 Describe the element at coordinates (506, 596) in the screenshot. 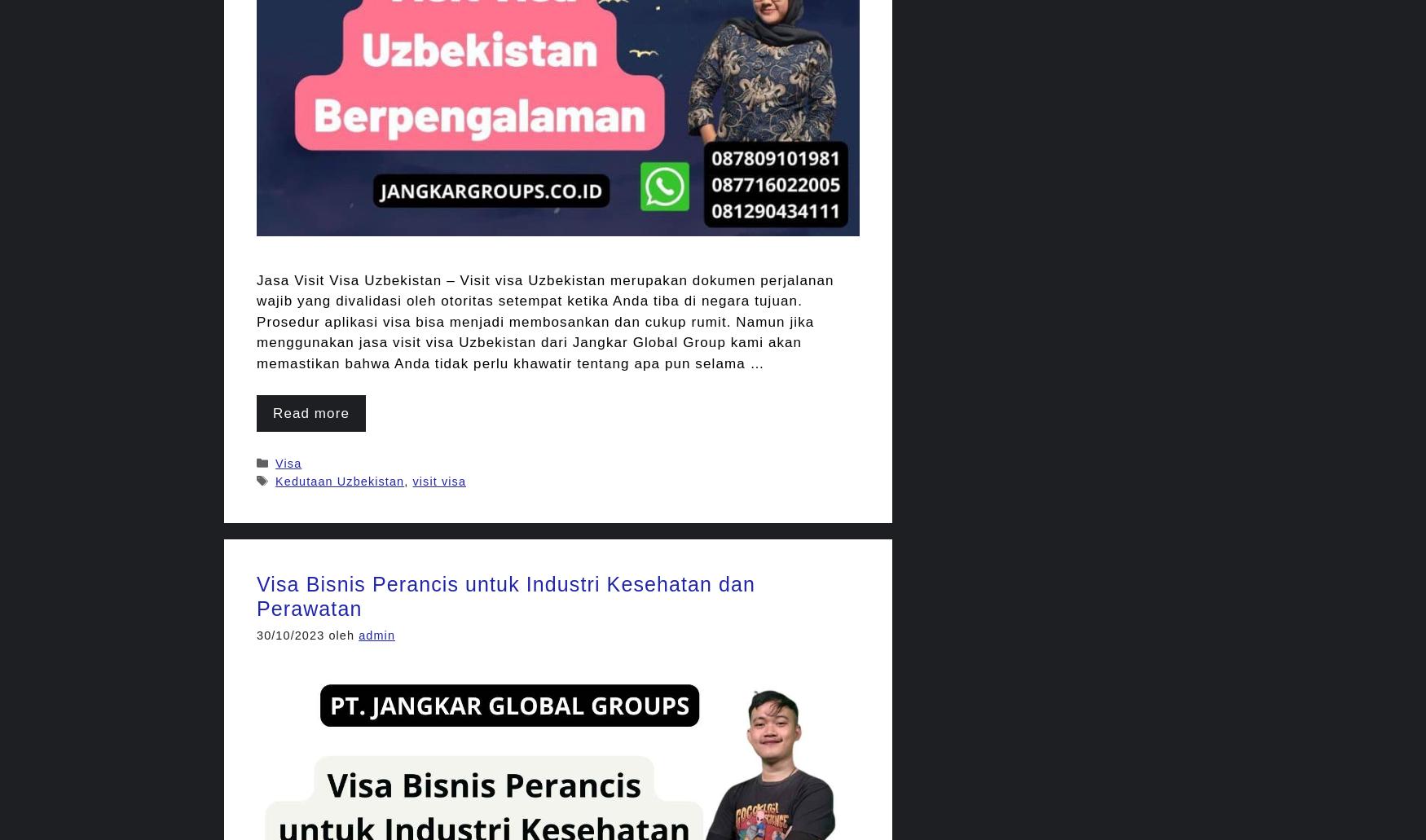

I see `'Visa Bisnis Perancis untuk Industri Kesehatan dan Perawatan'` at that location.